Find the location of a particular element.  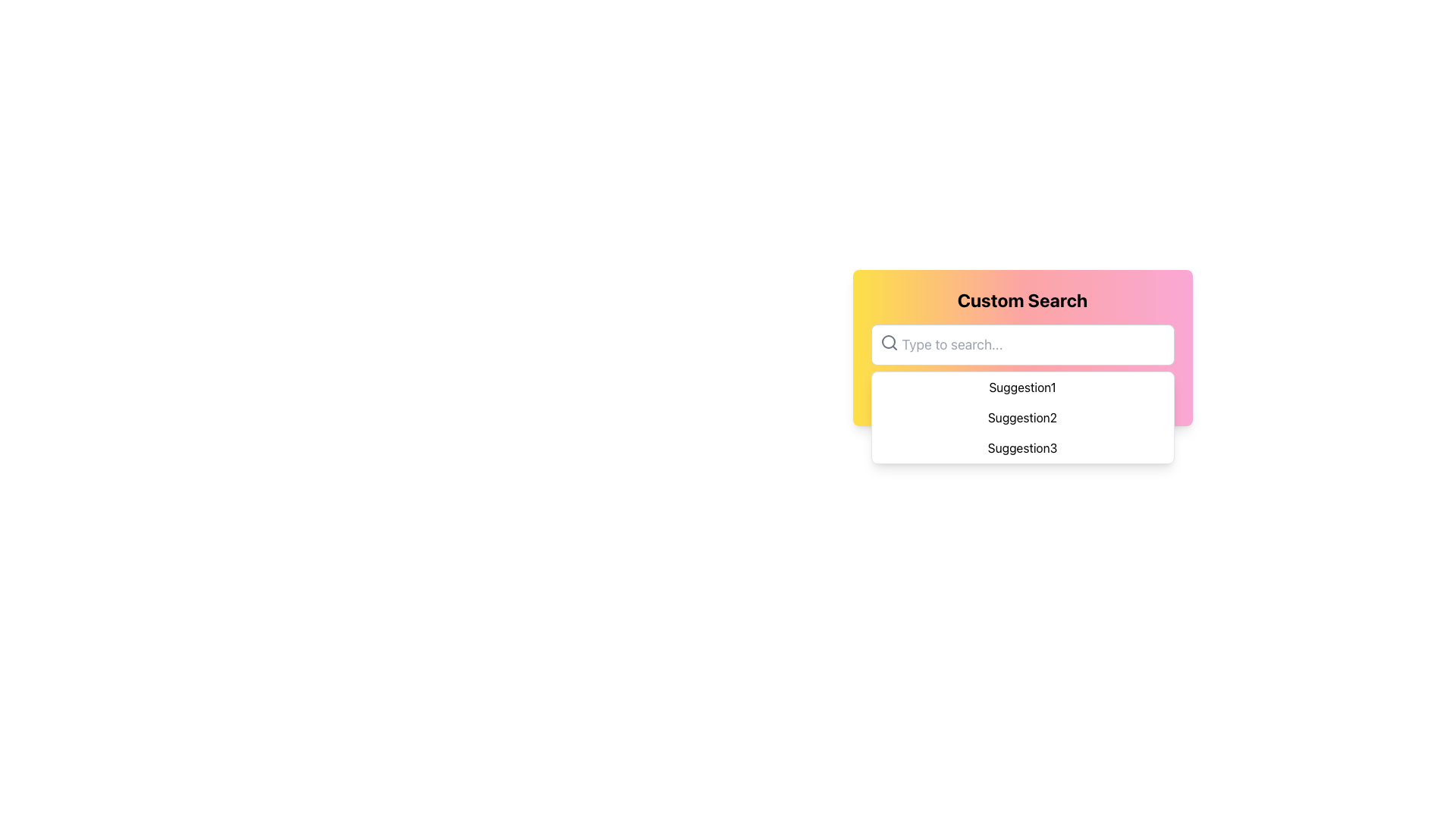

the text suggestion element labeled 'Suggestion2' in the dropdown list is located at coordinates (1022, 418).